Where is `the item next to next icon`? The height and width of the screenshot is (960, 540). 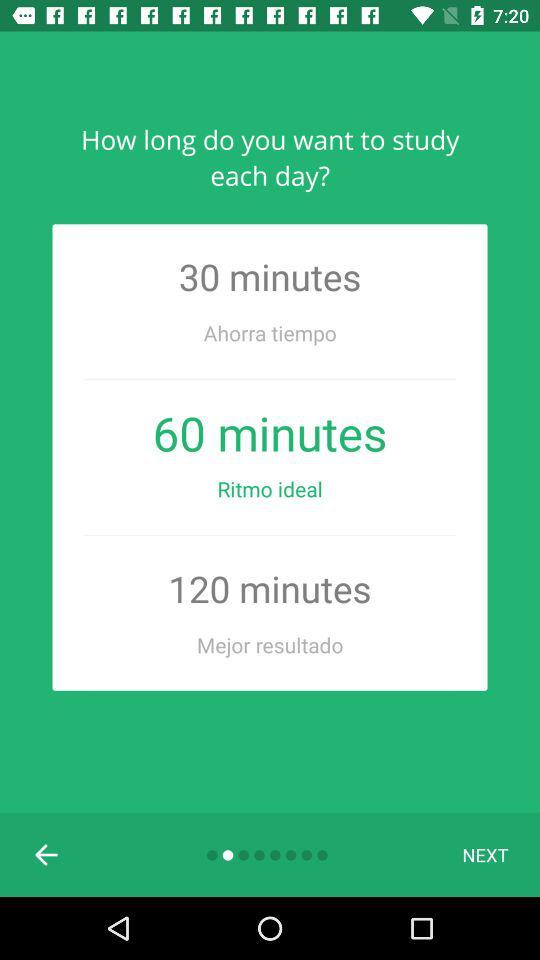 the item next to next icon is located at coordinates (47, 853).